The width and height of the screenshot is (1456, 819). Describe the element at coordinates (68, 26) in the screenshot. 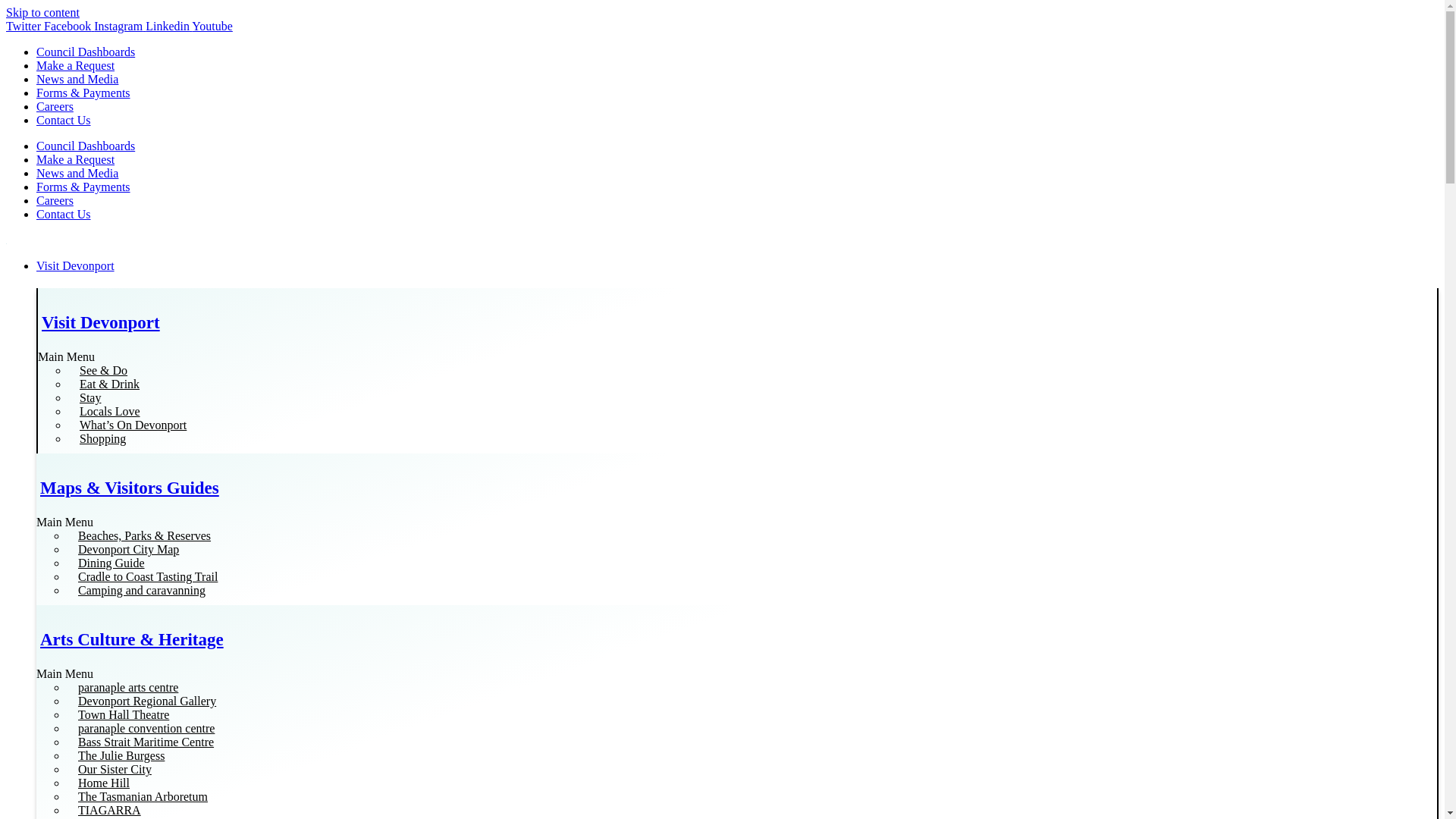

I see `'Facebook'` at that location.